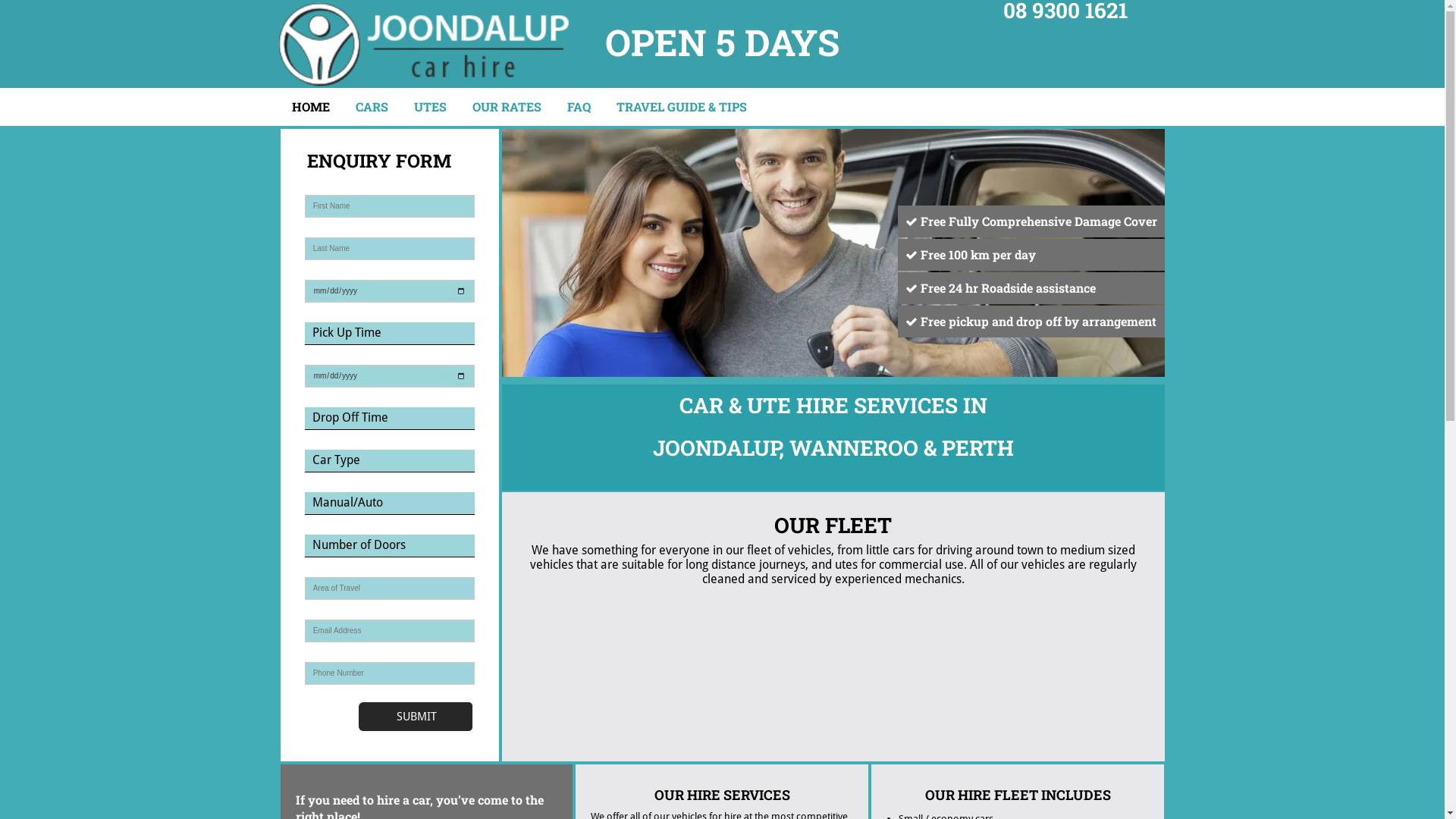 The width and height of the screenshot is (1456, 819). I want to click on 'HOME', so click(309, 106).